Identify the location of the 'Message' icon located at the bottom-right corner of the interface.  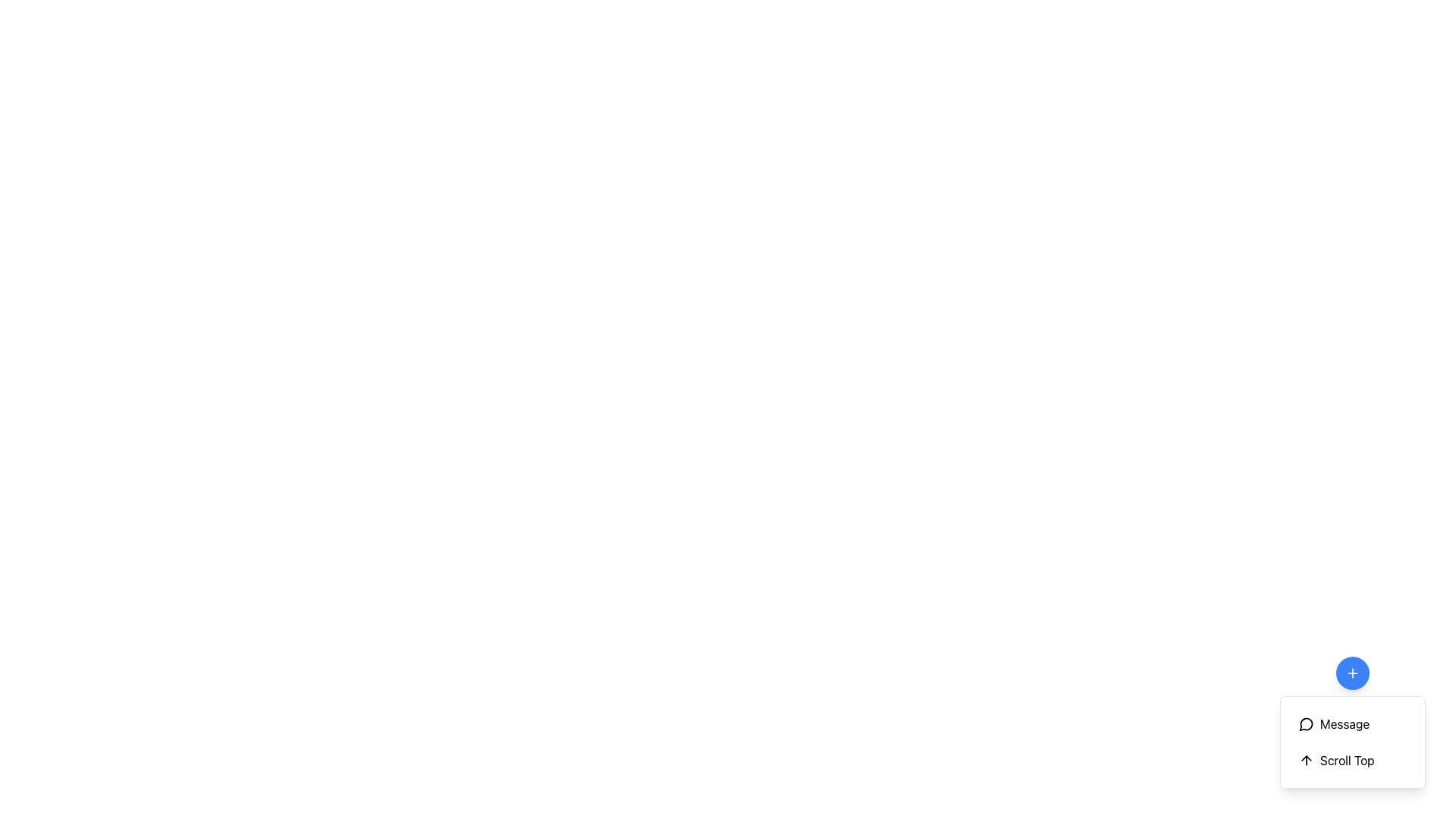
(1306, 723).